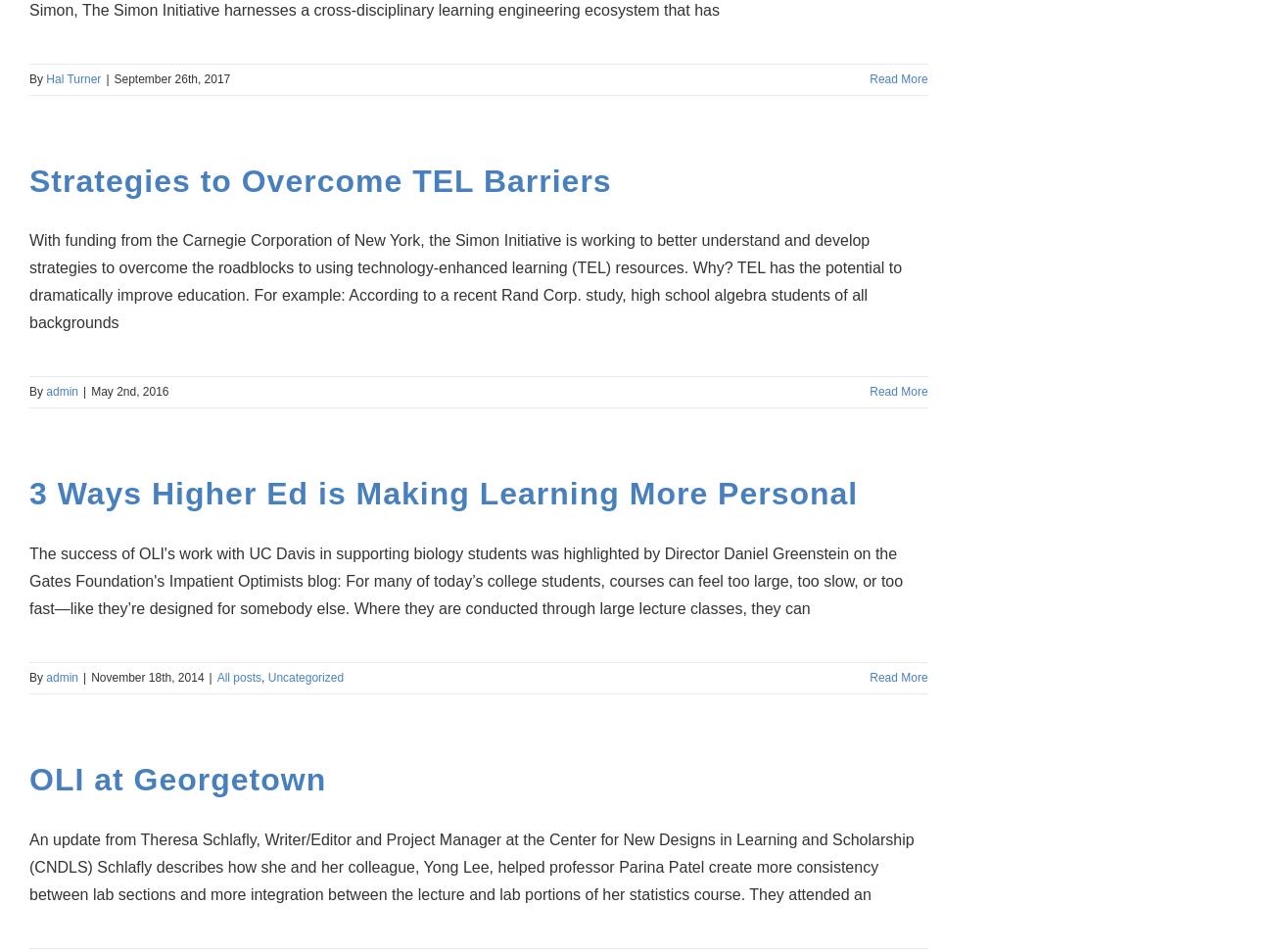 This screenshot has width=1273, height=952. Describe the element at coordinates (73, 76) in the screenshot. I see `'Hal Turner'` at that location.